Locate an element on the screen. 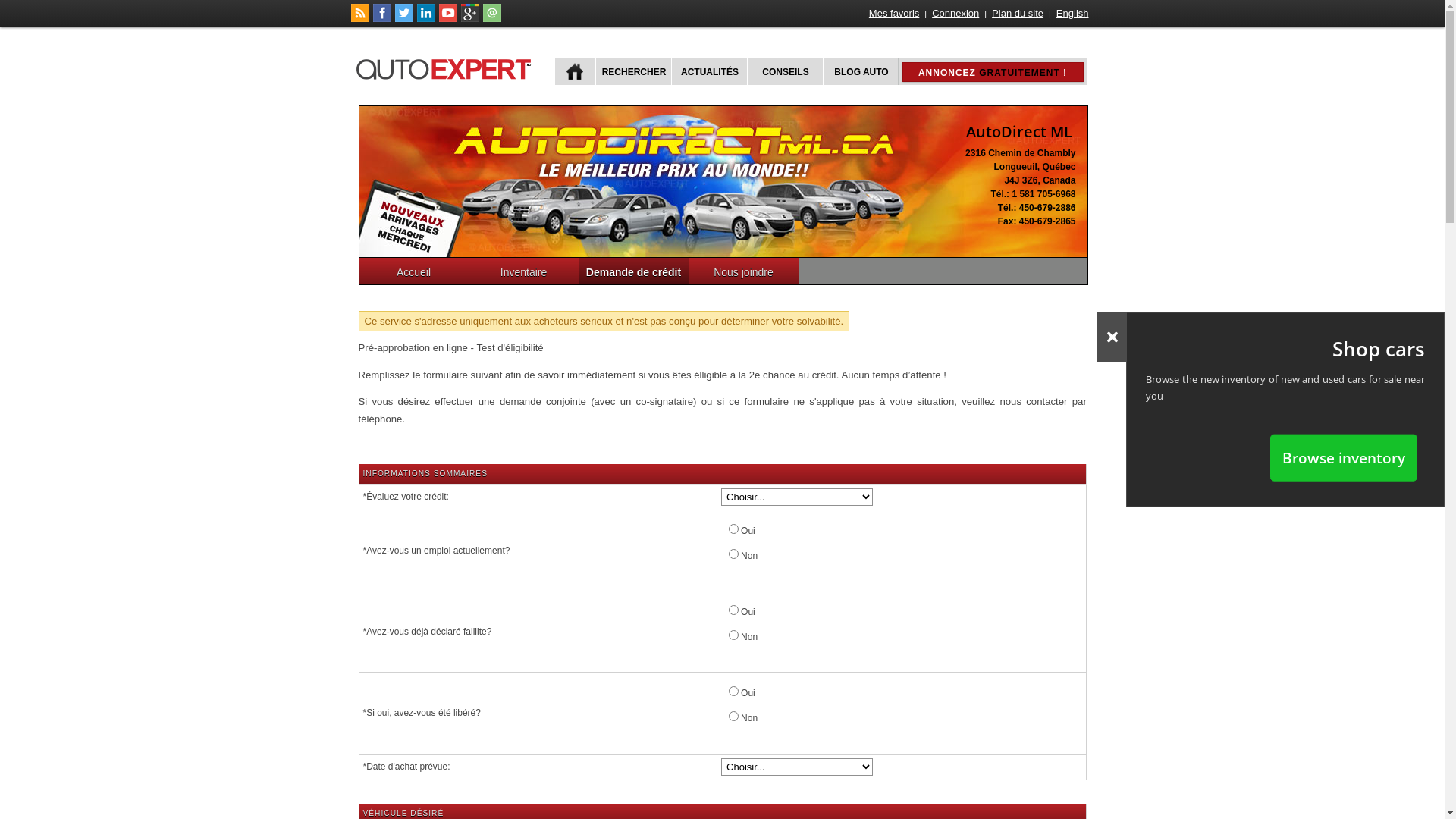 Image resolution: width=1456 pixels, height=819 pixels. 'Mes favoris' is located at coordinates (894, 13).